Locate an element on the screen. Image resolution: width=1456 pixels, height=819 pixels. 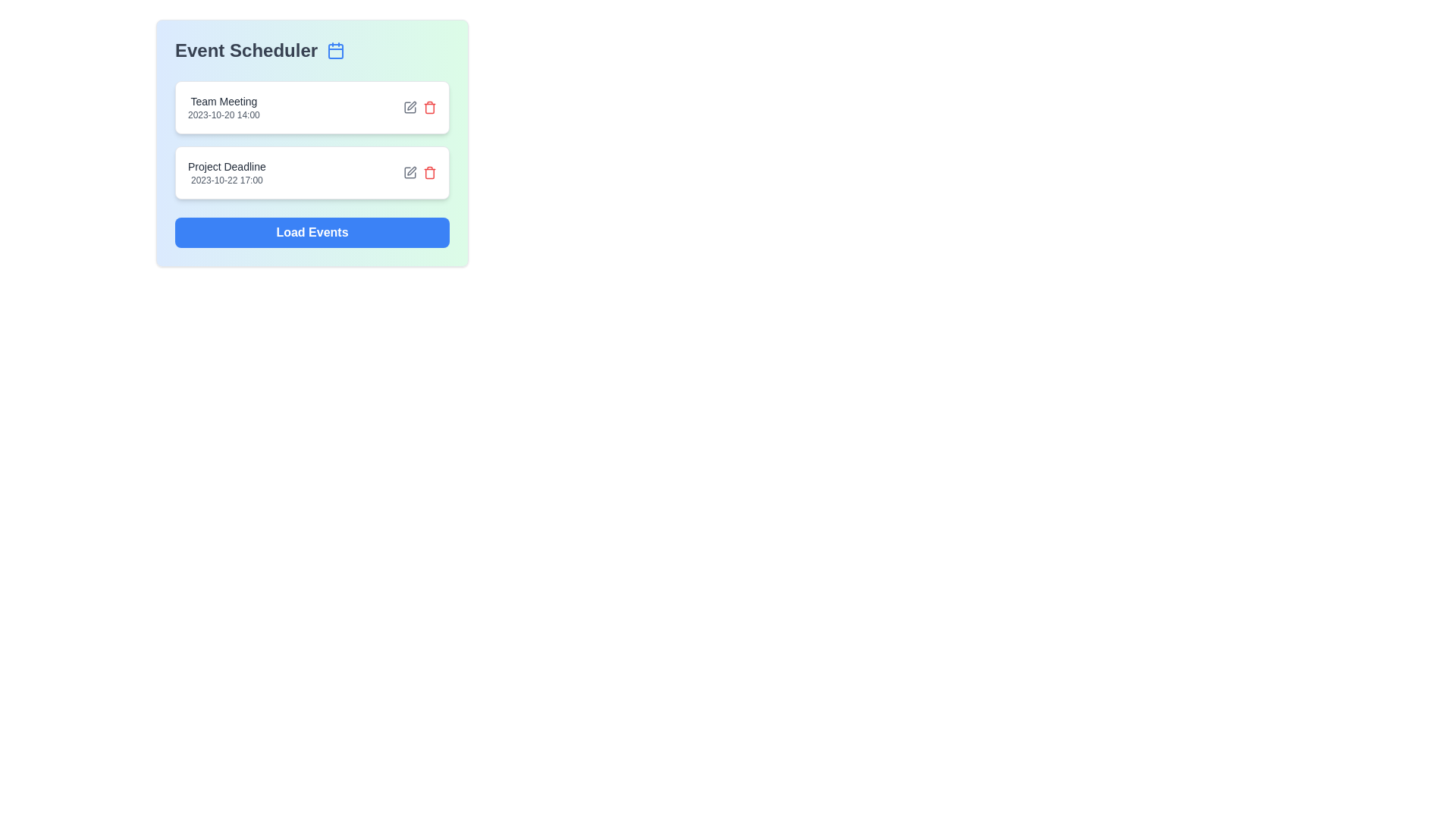
the displayed date and time on the Text Label showing '2023-10-22 17:00', which is below the 'Project Deadline' text is located at coordinates (226, 180).